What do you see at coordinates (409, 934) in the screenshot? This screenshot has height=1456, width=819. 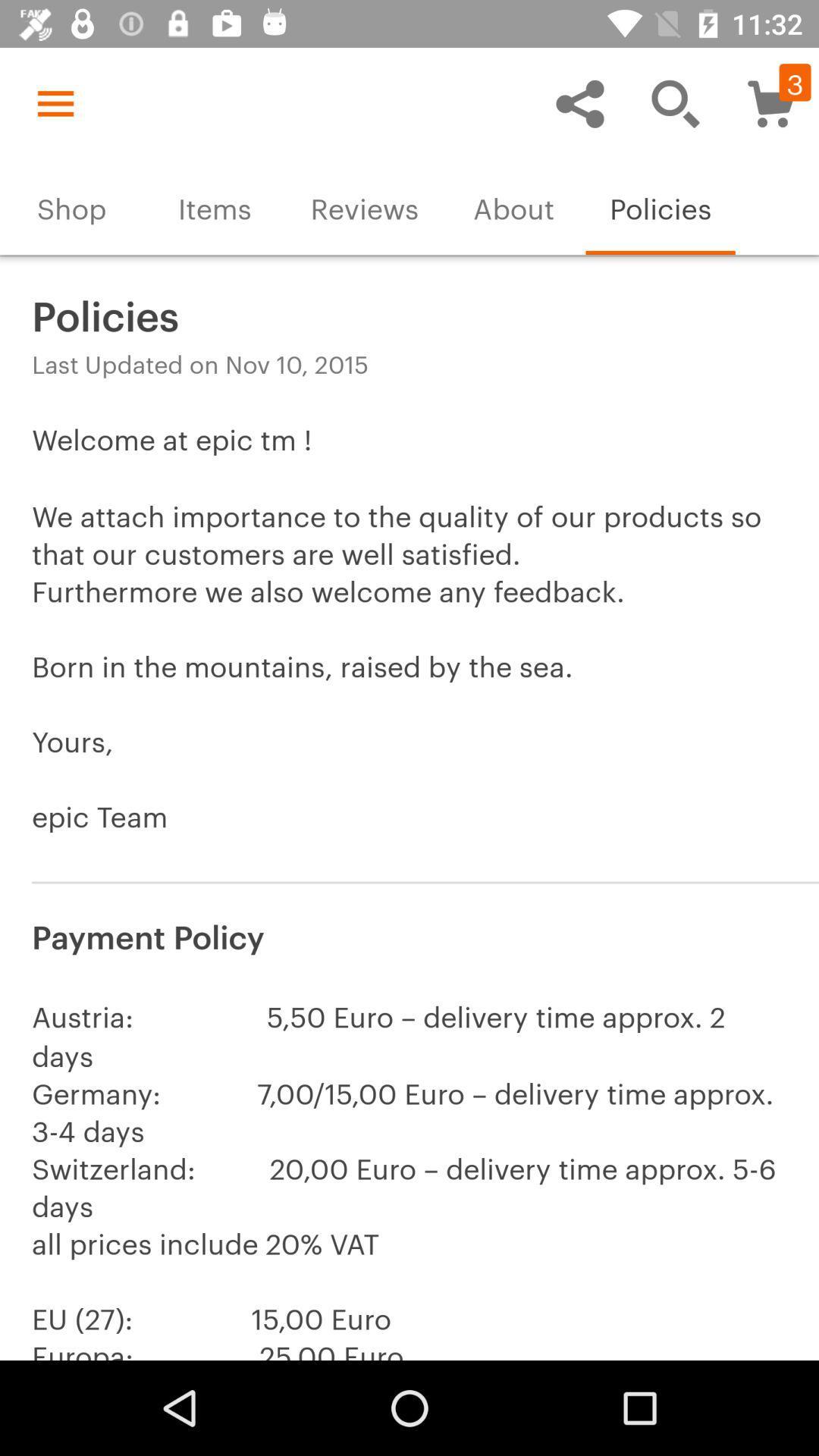 I see `the item below welcome at epic icon` at bounding box center [409, 934].